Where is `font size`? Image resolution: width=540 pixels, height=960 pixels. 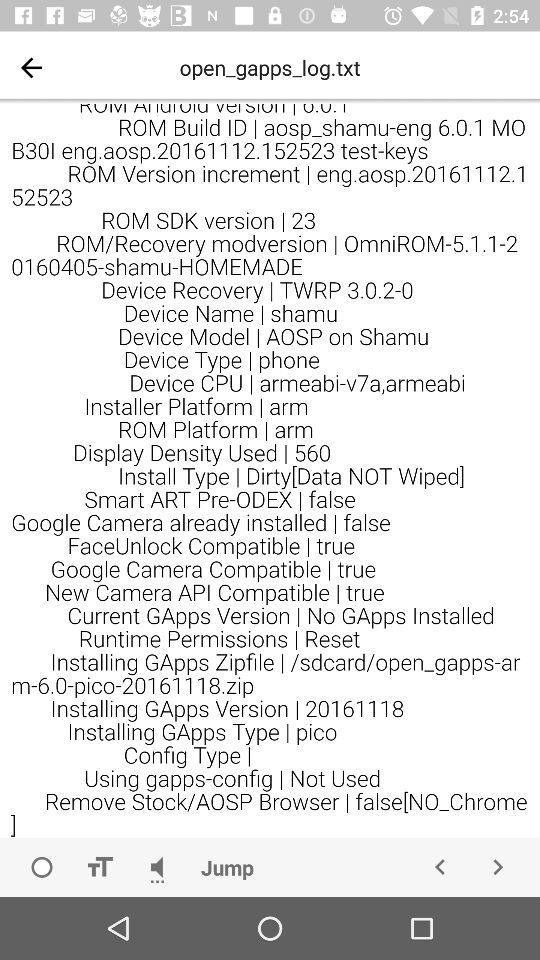 font size is located at coordinates (98, 866).